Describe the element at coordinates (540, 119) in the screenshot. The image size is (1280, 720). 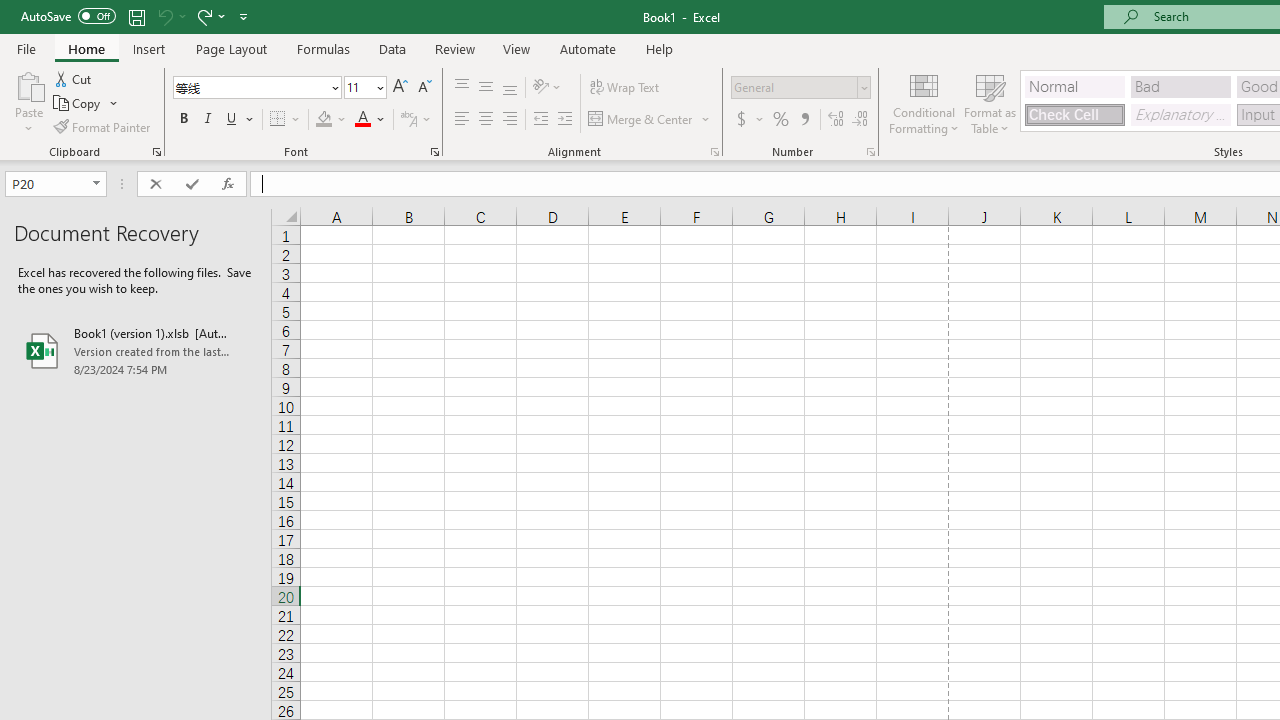
I see `'Decrease Indent'` at that location.